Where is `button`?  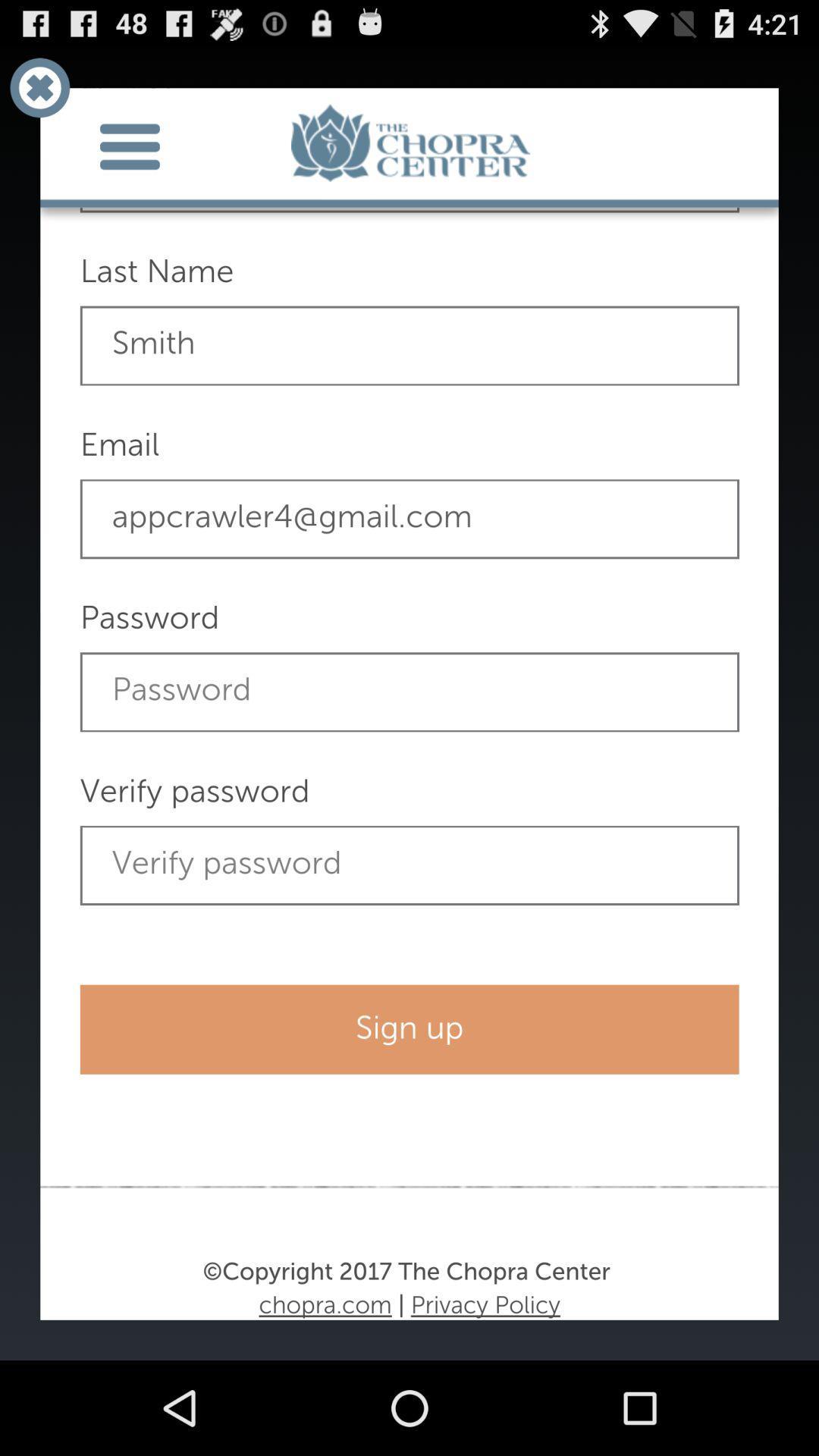
button is located at coordinates (39, 86).